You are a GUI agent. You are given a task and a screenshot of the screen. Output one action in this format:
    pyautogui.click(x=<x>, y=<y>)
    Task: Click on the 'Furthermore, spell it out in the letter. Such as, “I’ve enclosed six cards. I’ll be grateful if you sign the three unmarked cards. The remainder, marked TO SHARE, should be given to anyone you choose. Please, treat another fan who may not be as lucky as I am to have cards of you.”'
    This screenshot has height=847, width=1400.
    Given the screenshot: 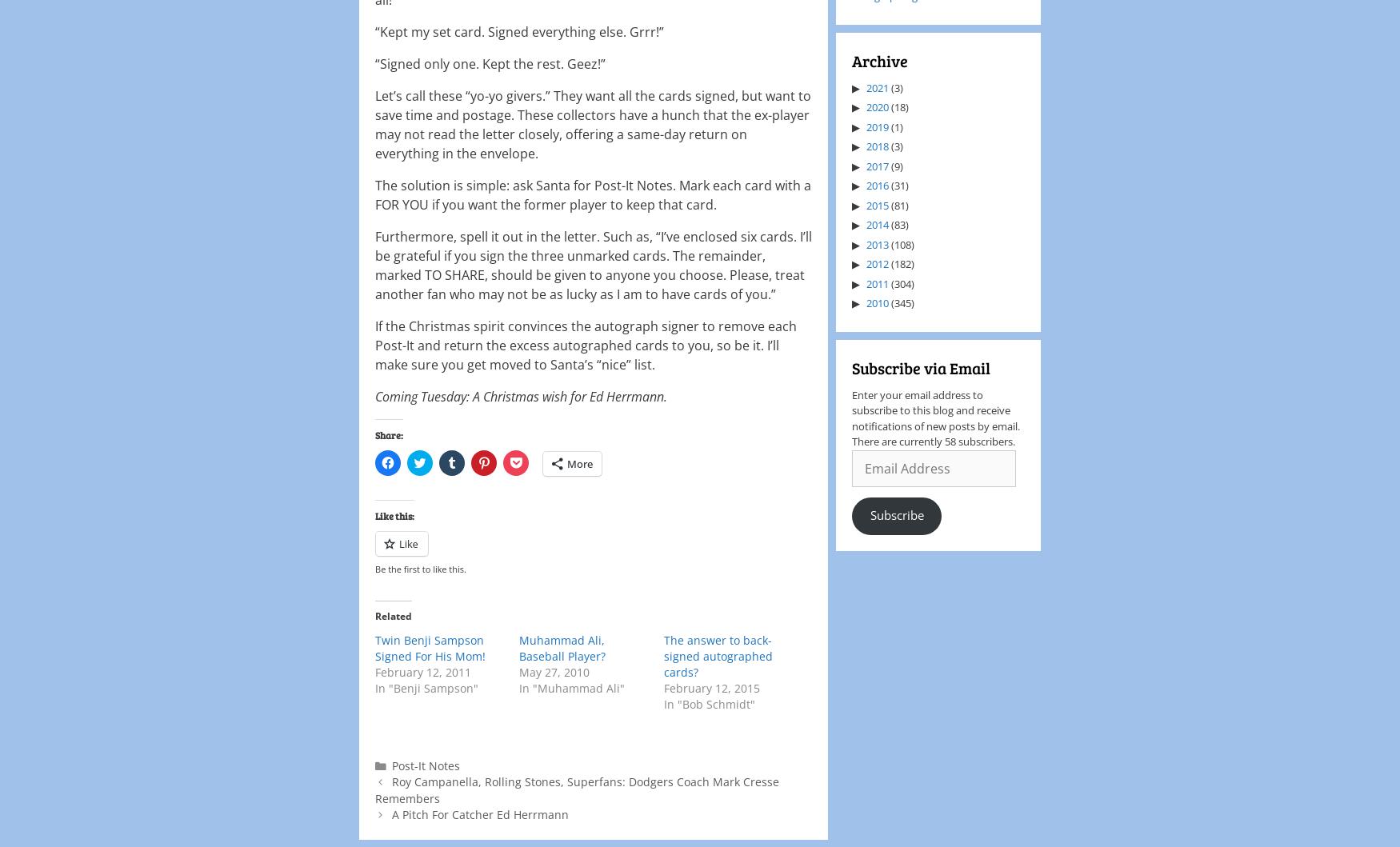 What is the action you would take?
    pyautogui.click(x=594, y=264)
    